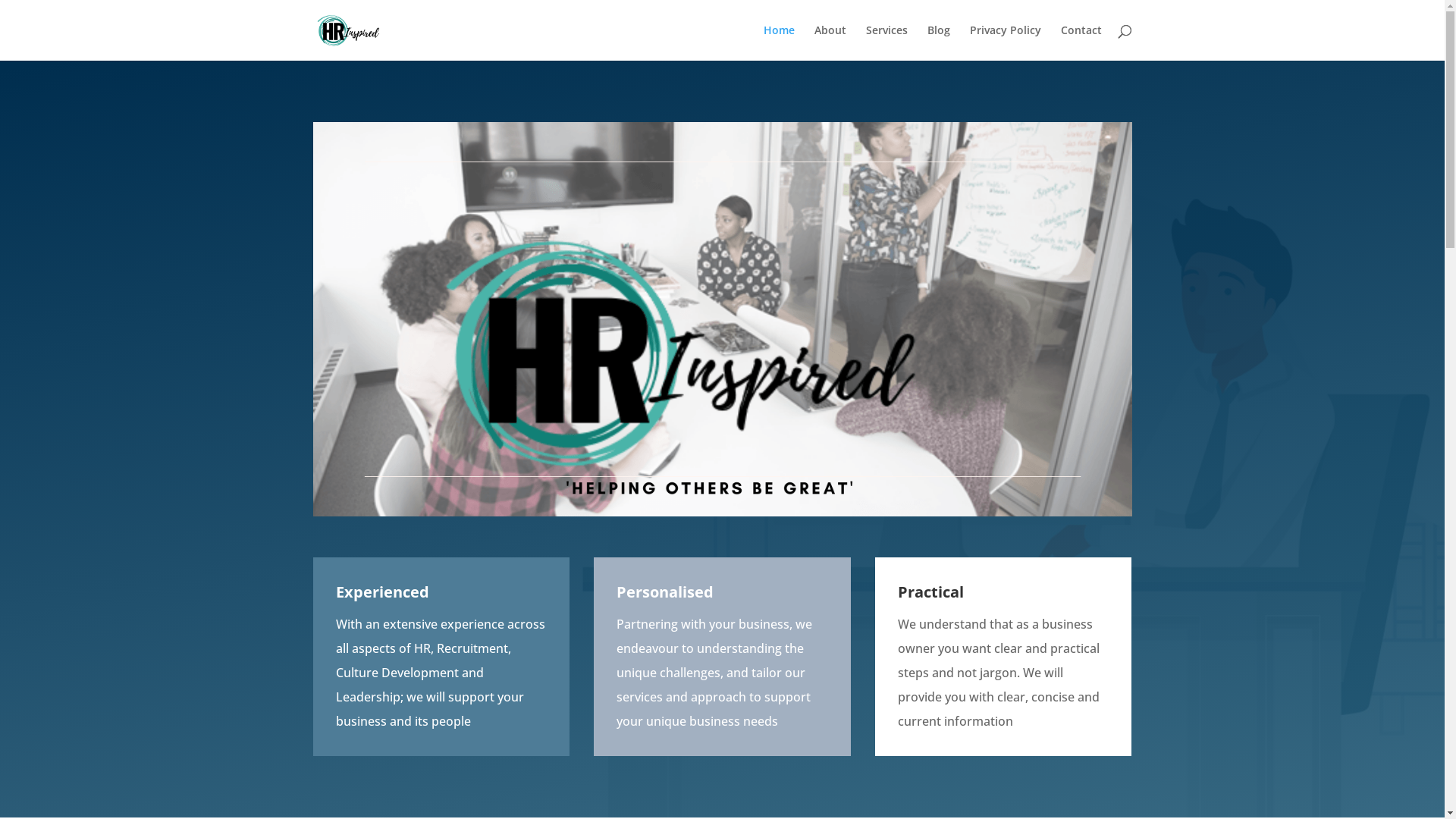 This screenshot has width=1456, height=819. What do you see at coordinates (1080, 42) in the screenshot?
I see `'Contact'` at bounding box center [1080, 42].